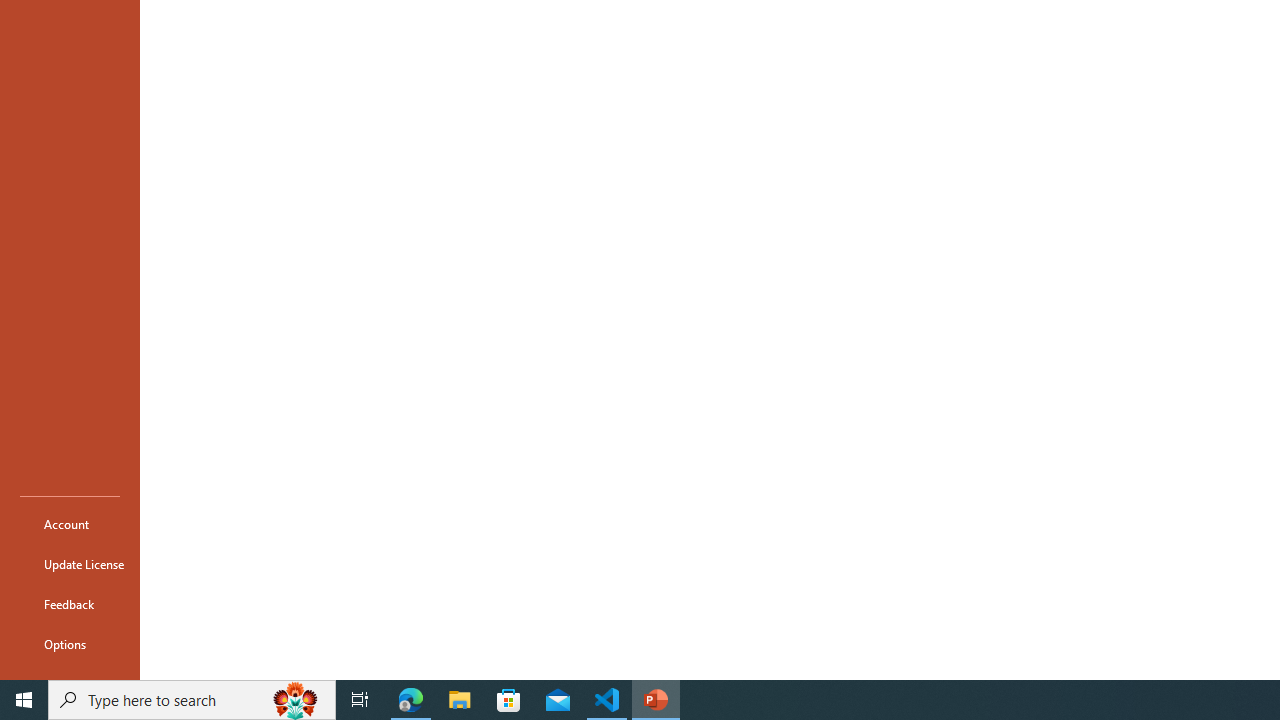 The width and height of the screenshot is (1280, 720). I want to click on 'Feedback', so click(69, 603).